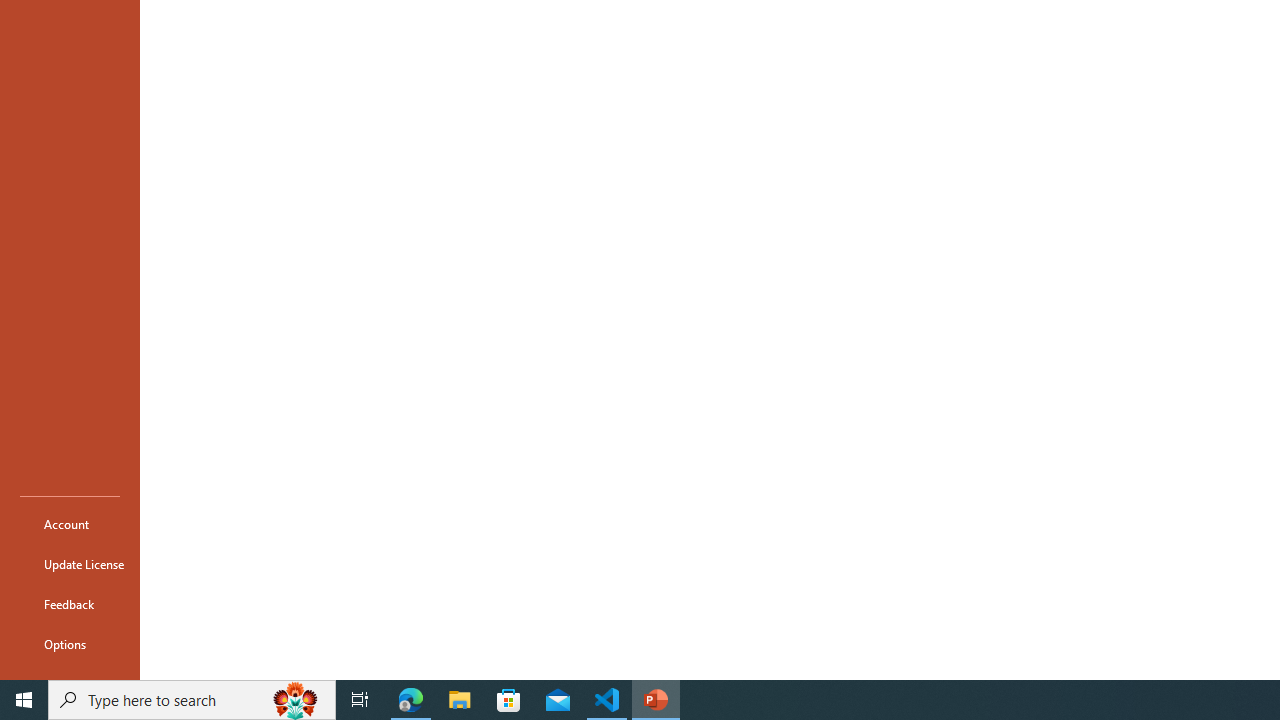 The width and height of the screenshot is (1280, 720). I want to click on 'Feedback', so click(69, 603).